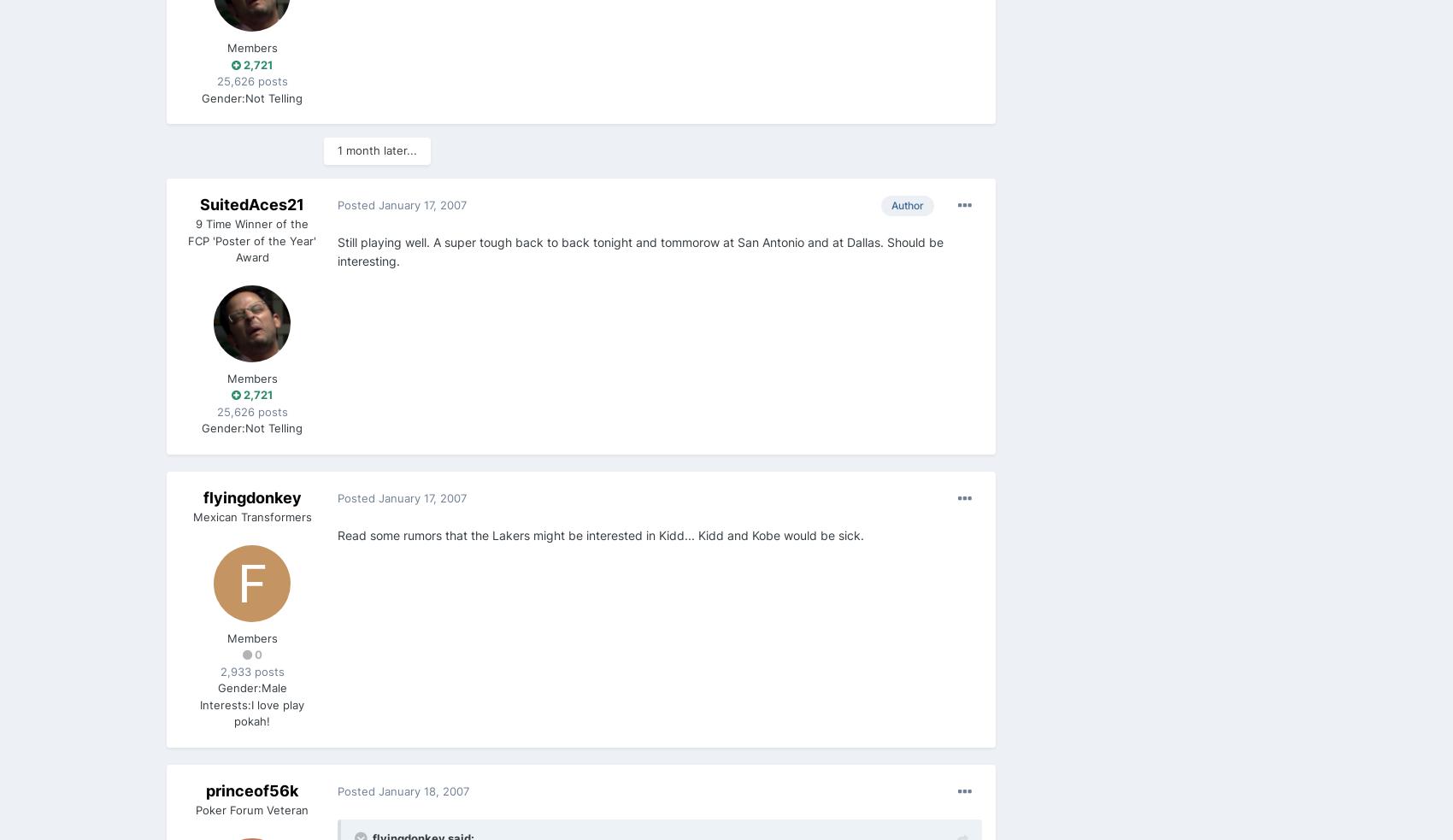  Describe the element at coordinates (639, 251) in the screenshot. I see `'Still playing well.  A super tough back to back tonight and tommorow at San Antonio and at Dallas.  Should be interesting.'` at that location.